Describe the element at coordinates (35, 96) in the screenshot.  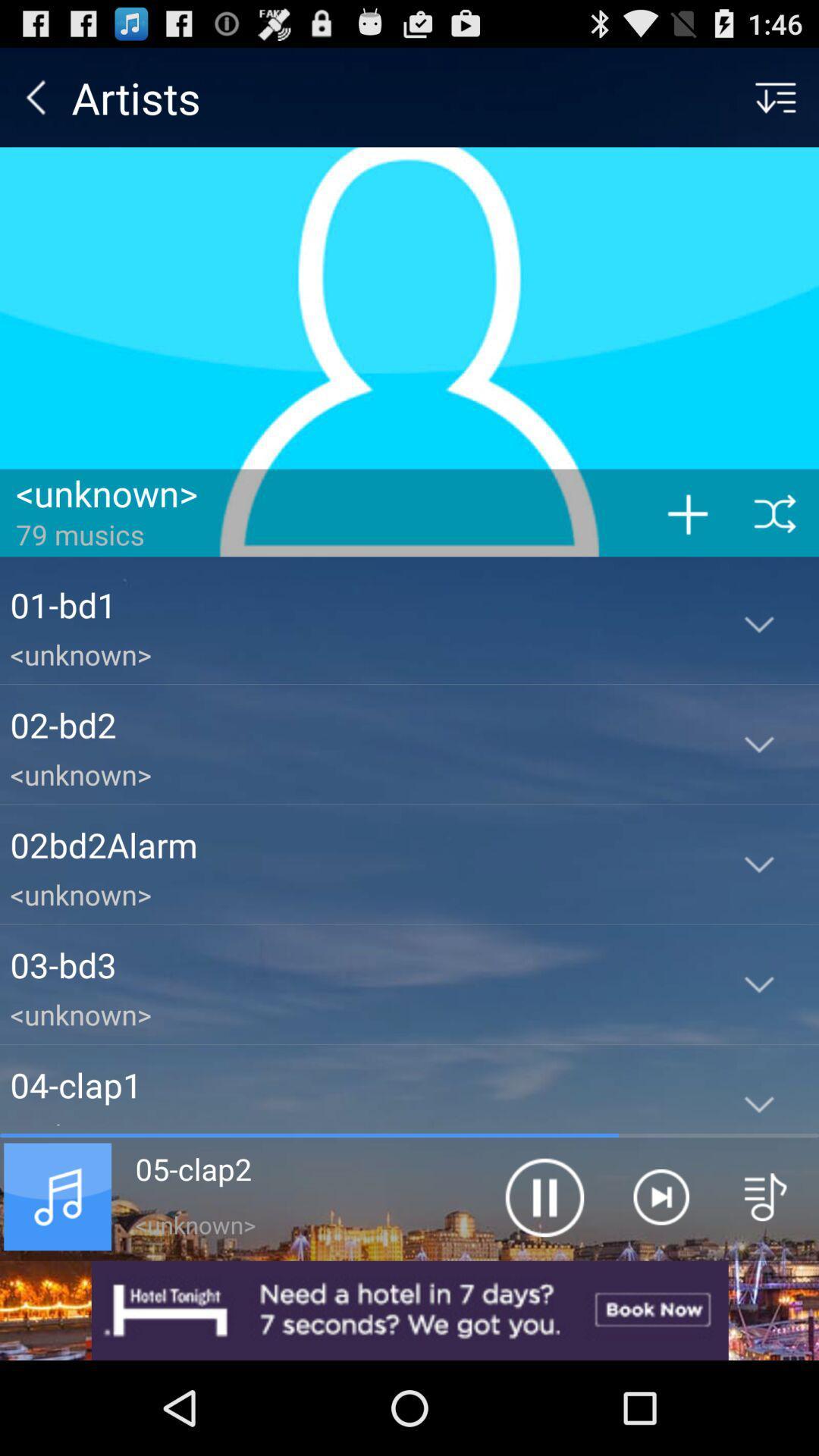
I see `the item to the left of artists item` at that location.